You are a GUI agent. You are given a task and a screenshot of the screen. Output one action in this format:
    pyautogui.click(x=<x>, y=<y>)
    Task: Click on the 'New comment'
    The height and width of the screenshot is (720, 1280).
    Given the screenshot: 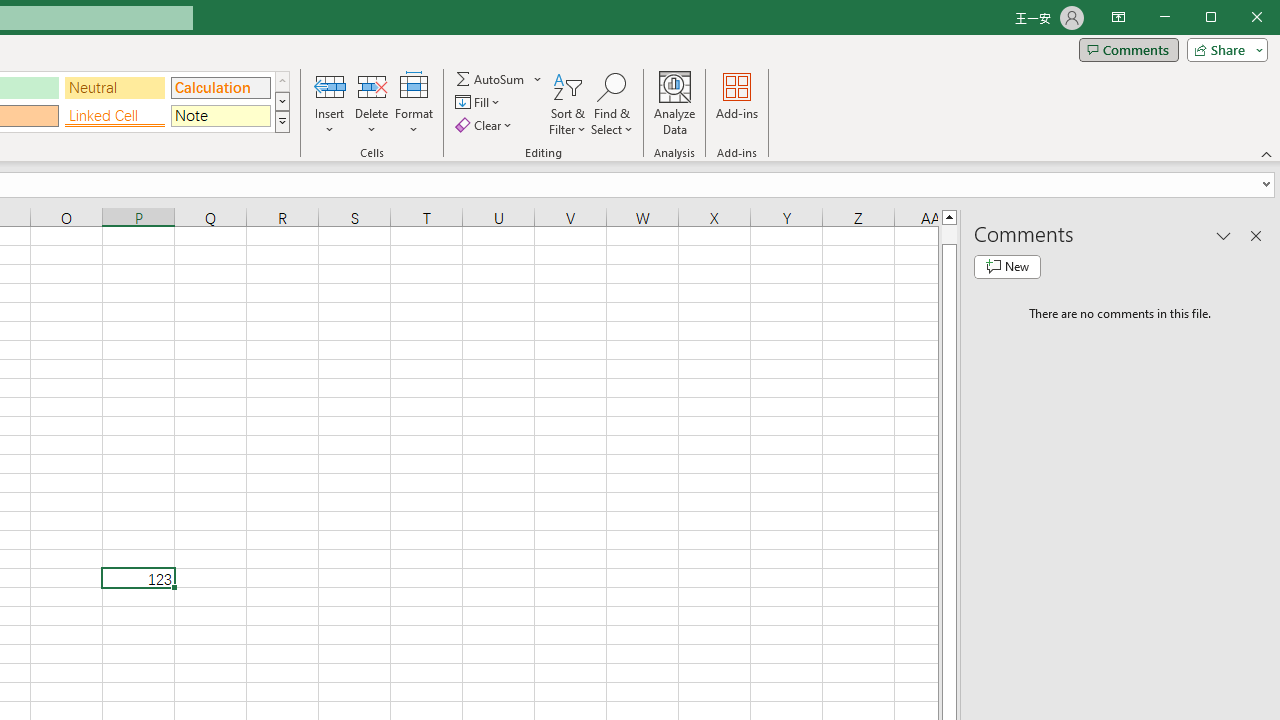 What is the action you would take?
    pyautogui.click(x=1007, y=266)
    